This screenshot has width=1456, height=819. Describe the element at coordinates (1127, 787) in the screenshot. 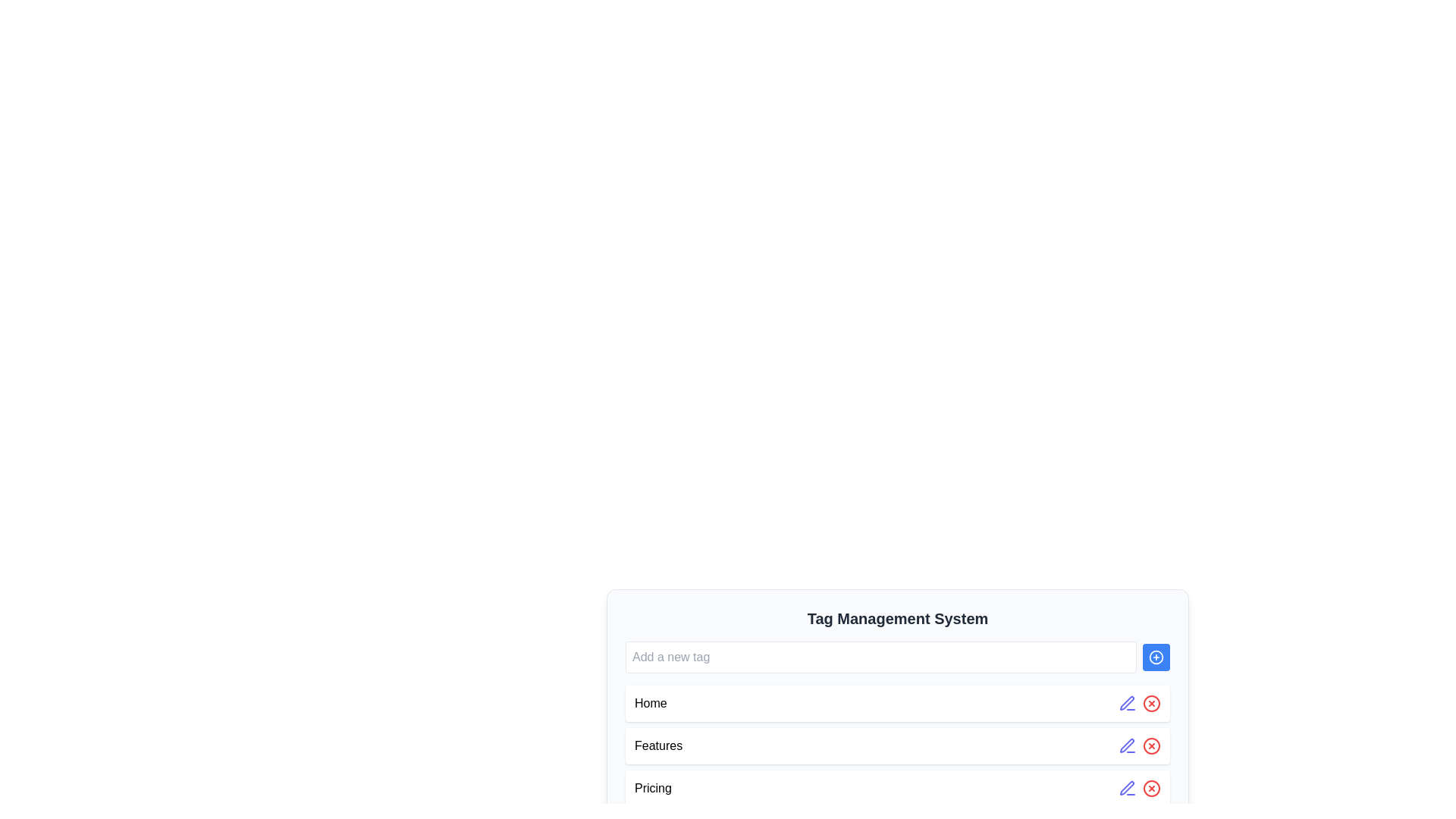

I see `the editing pencil icon located in the third row of the features list component to initiate editing` at that location.